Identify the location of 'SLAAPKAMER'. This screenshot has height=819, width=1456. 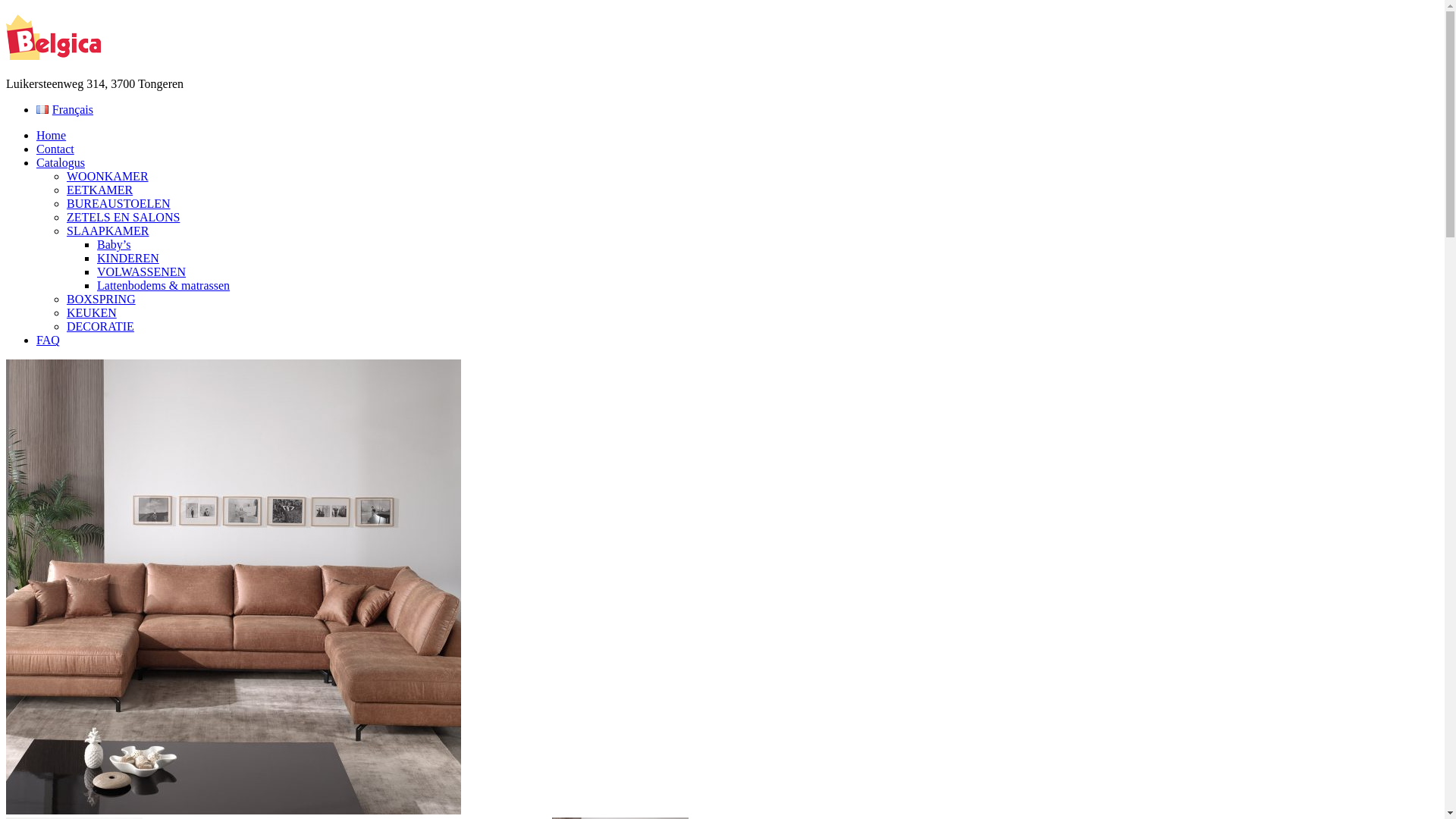
(107, 231).